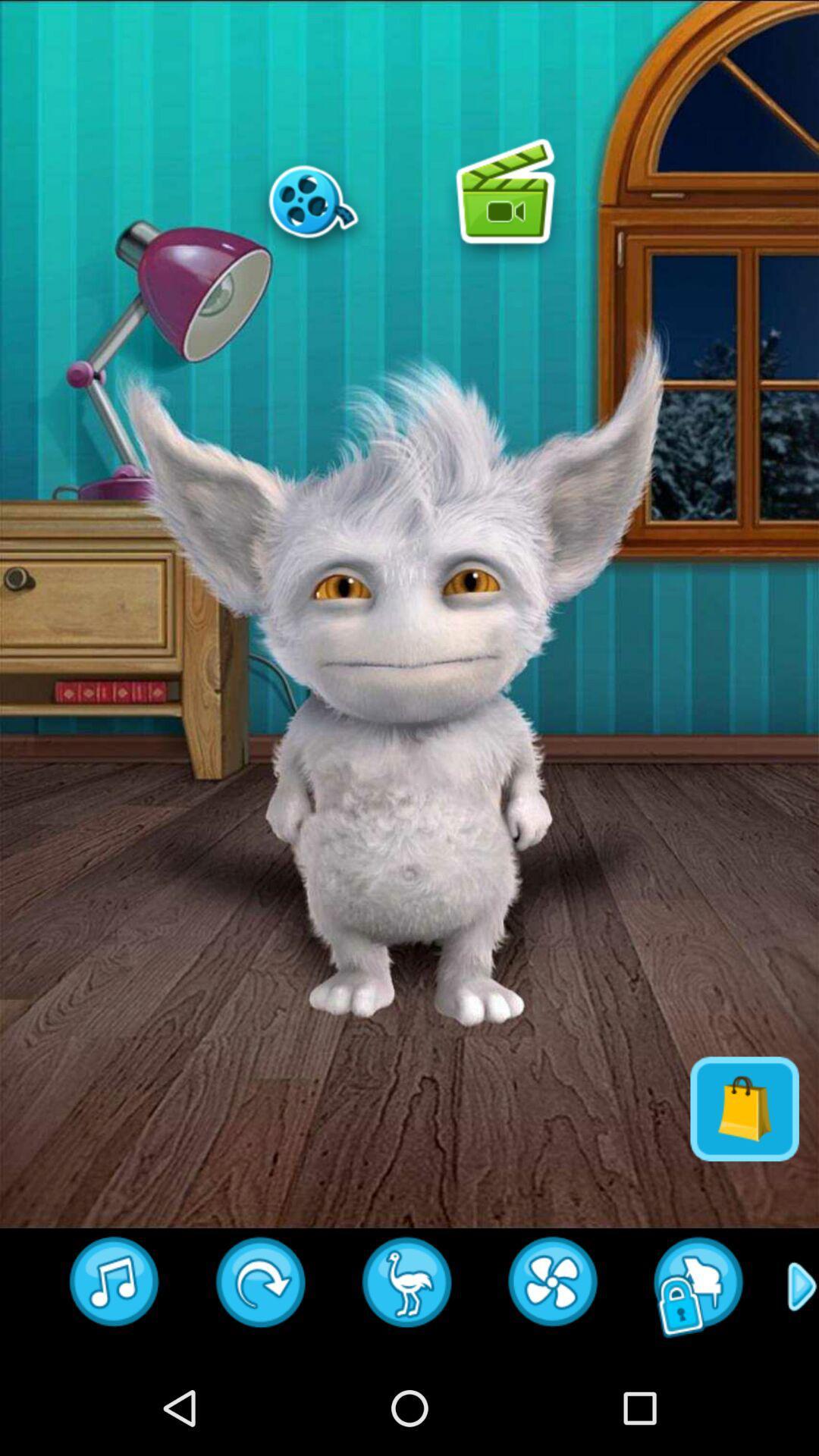 The image size is (819, 1456). What do you see at coordinates (312, 200) in the screenshot?
I see `photo-reel option` at bounding box center [312, 200].